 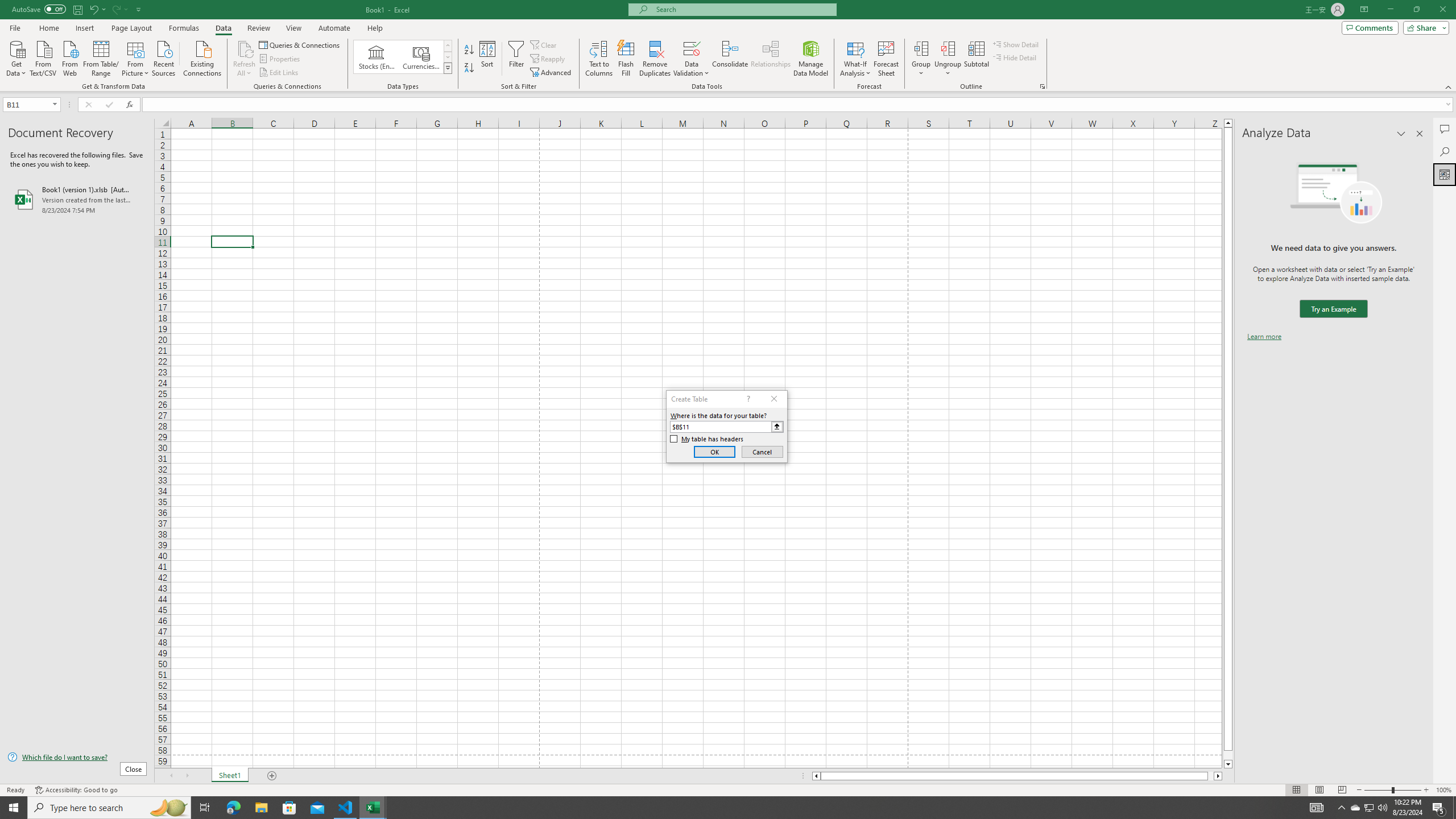 What do you see at coordinates (487, 59) in the screenshot?
I see `'Sort...'` at bounding box center [487, 59].